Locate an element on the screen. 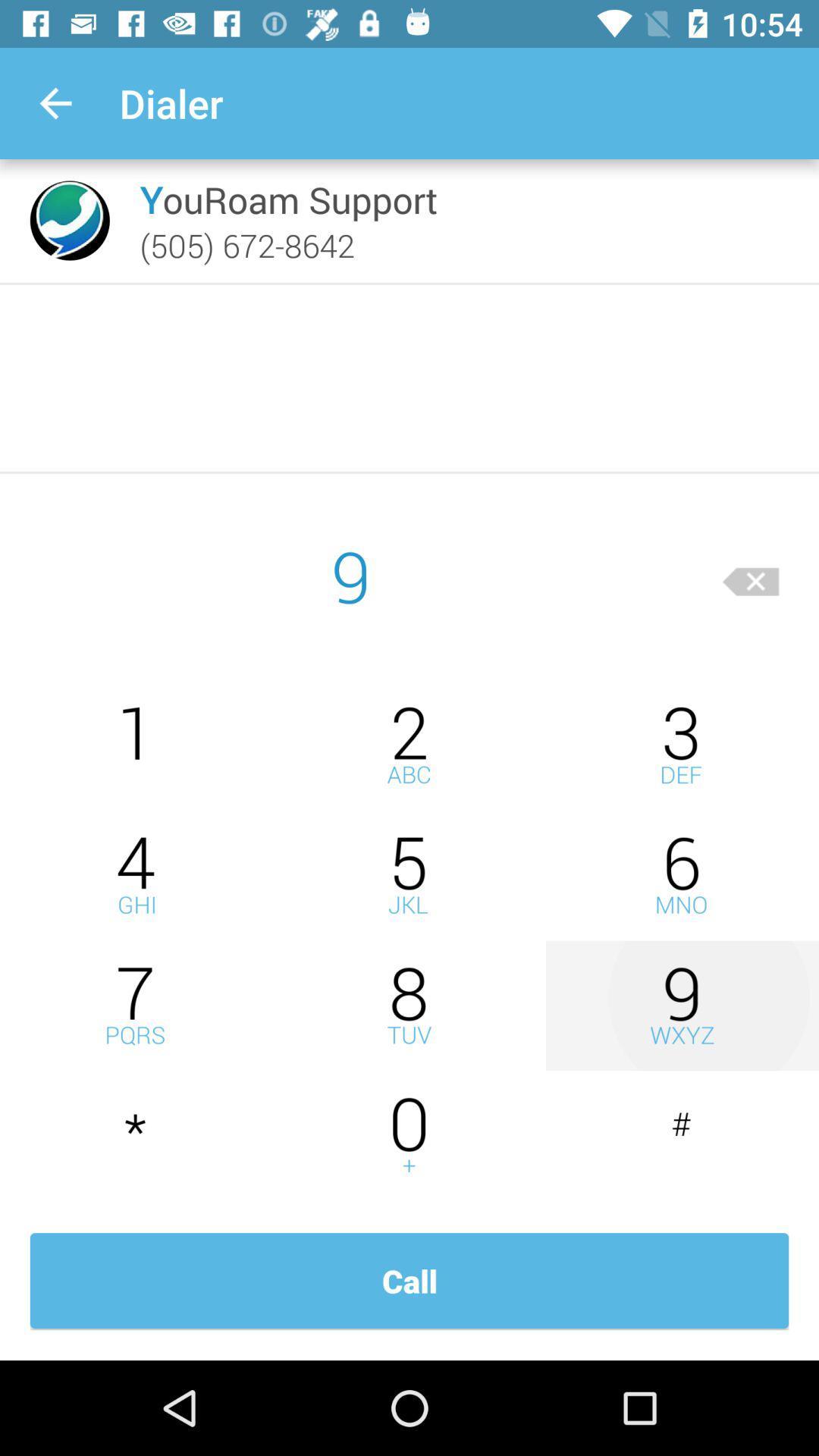  the icon next to dialer item is located at coordinates (55, 102).